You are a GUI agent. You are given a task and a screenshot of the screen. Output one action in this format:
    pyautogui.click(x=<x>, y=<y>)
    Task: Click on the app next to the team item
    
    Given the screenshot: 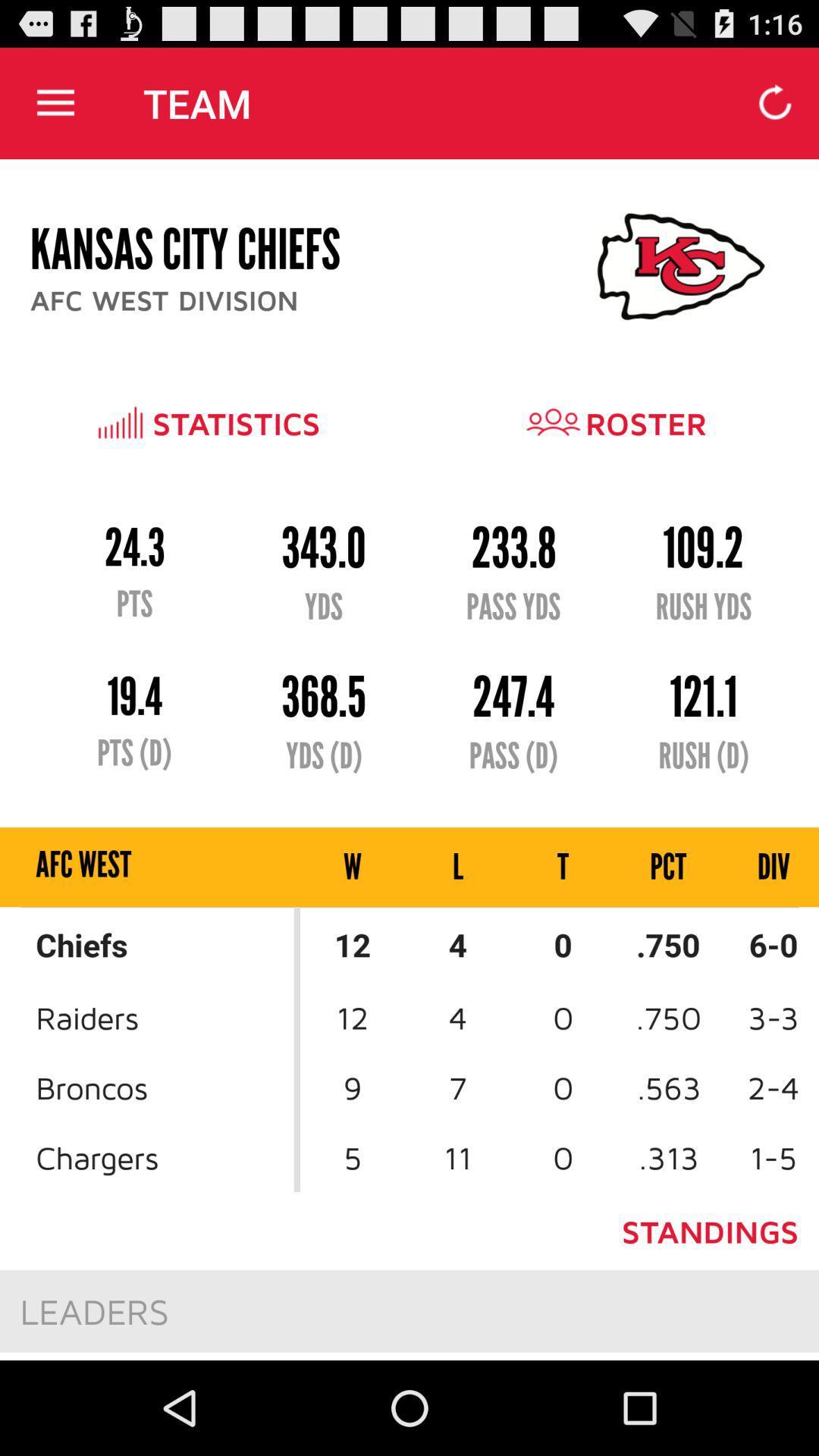 What is the action you would take?
    pyautogui.click(x=55, y=102)
    